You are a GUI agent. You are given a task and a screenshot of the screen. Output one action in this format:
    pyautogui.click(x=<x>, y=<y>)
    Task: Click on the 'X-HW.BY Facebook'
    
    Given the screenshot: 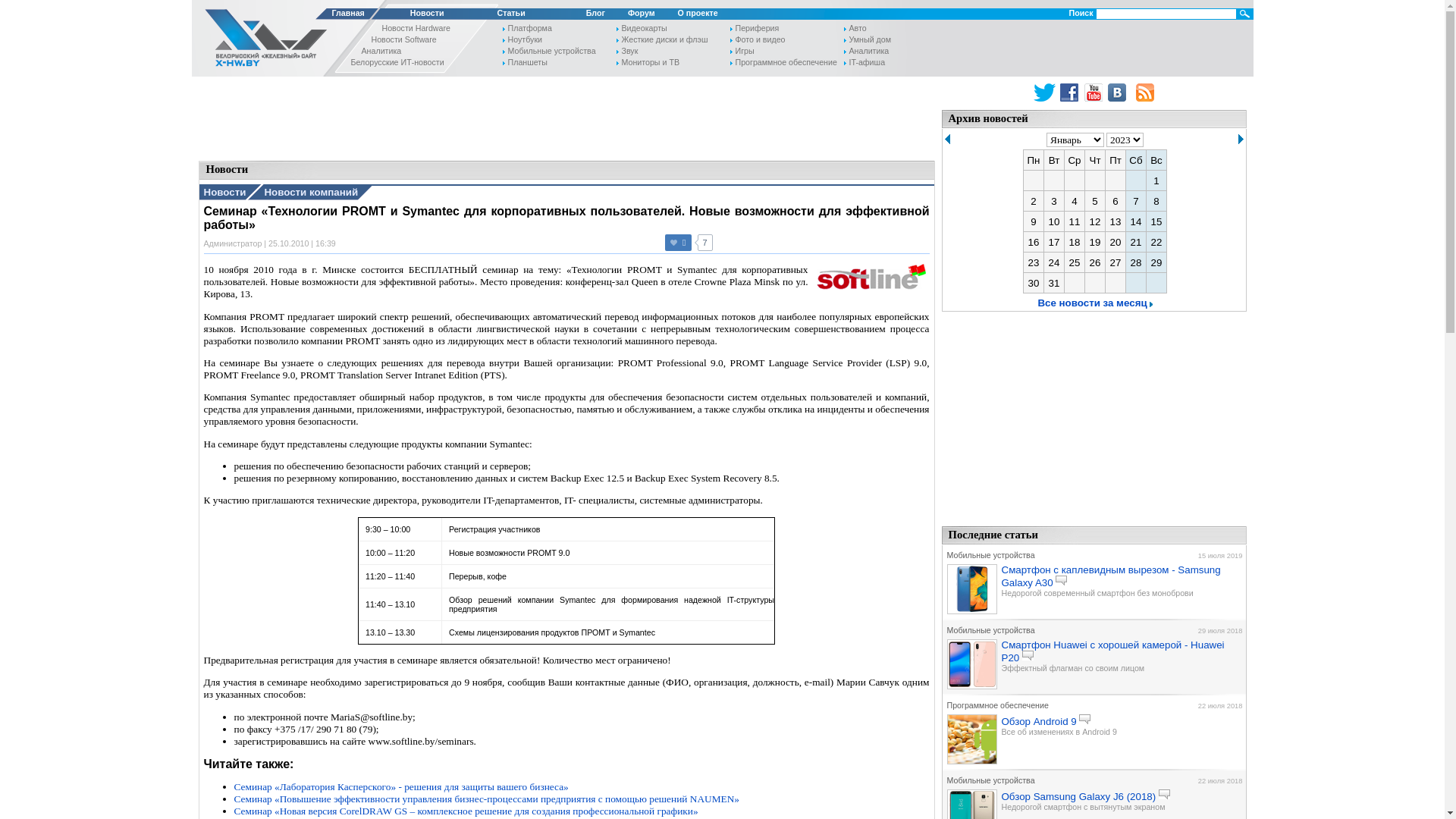 What is the action you would take?
    pyautogui.click(x=1059, y=93)
    